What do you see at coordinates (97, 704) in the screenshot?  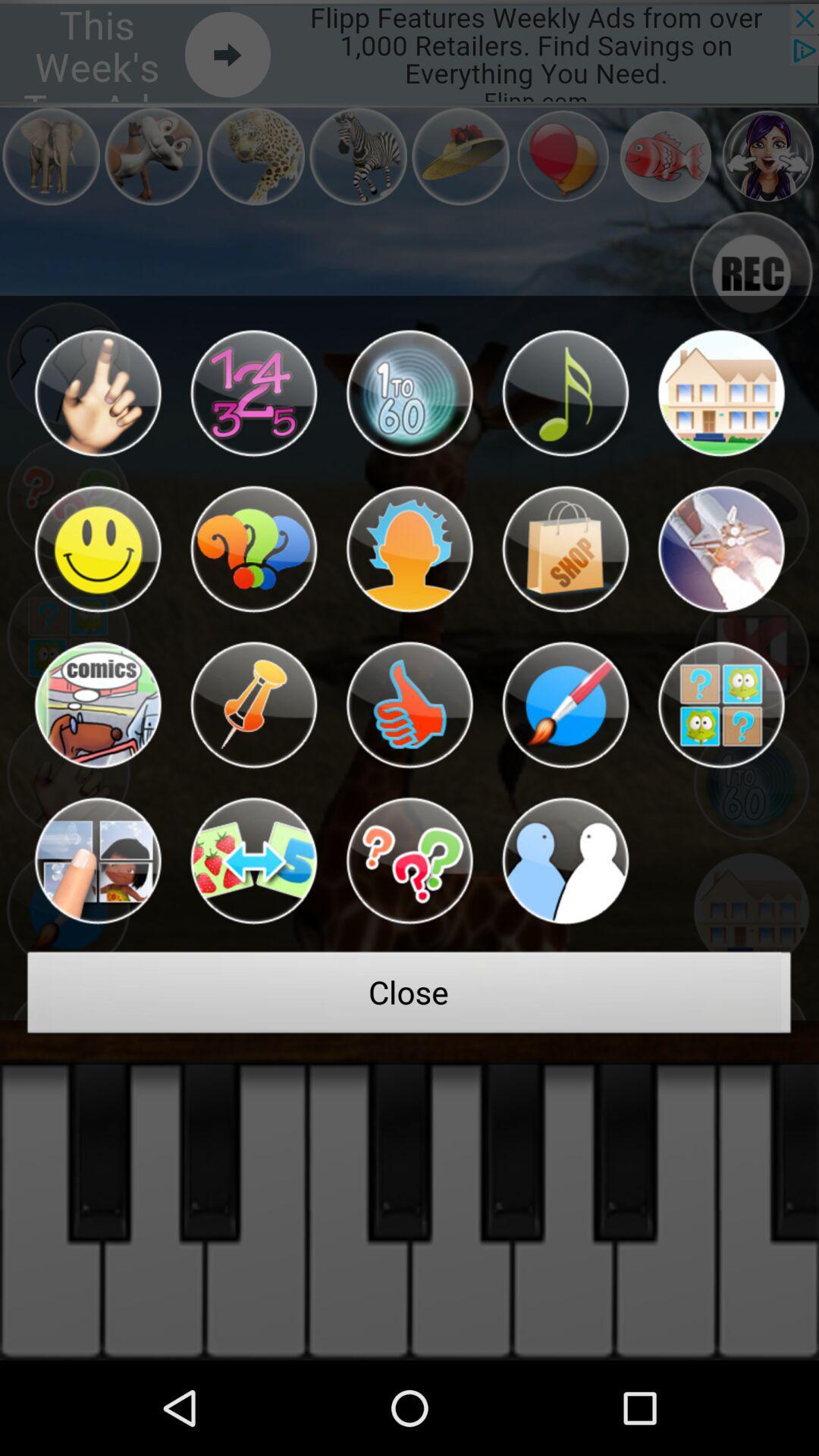 I see `emoji` at bounding box center [97, 704].